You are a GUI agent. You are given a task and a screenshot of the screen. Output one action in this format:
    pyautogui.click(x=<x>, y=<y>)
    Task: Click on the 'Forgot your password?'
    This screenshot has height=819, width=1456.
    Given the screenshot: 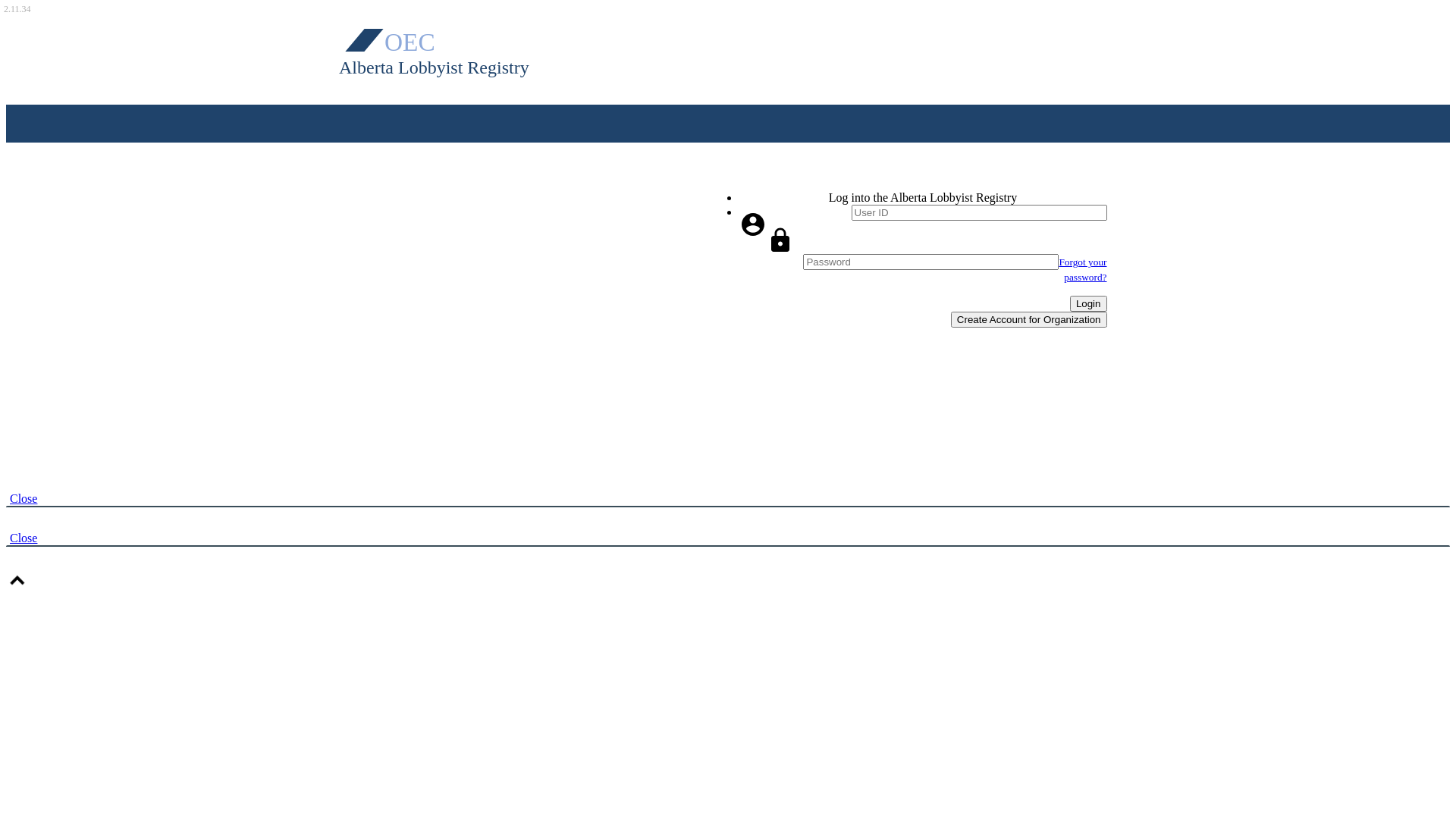 What is the action you would take?
    pyautogui.click(x=1058, y=268)
    